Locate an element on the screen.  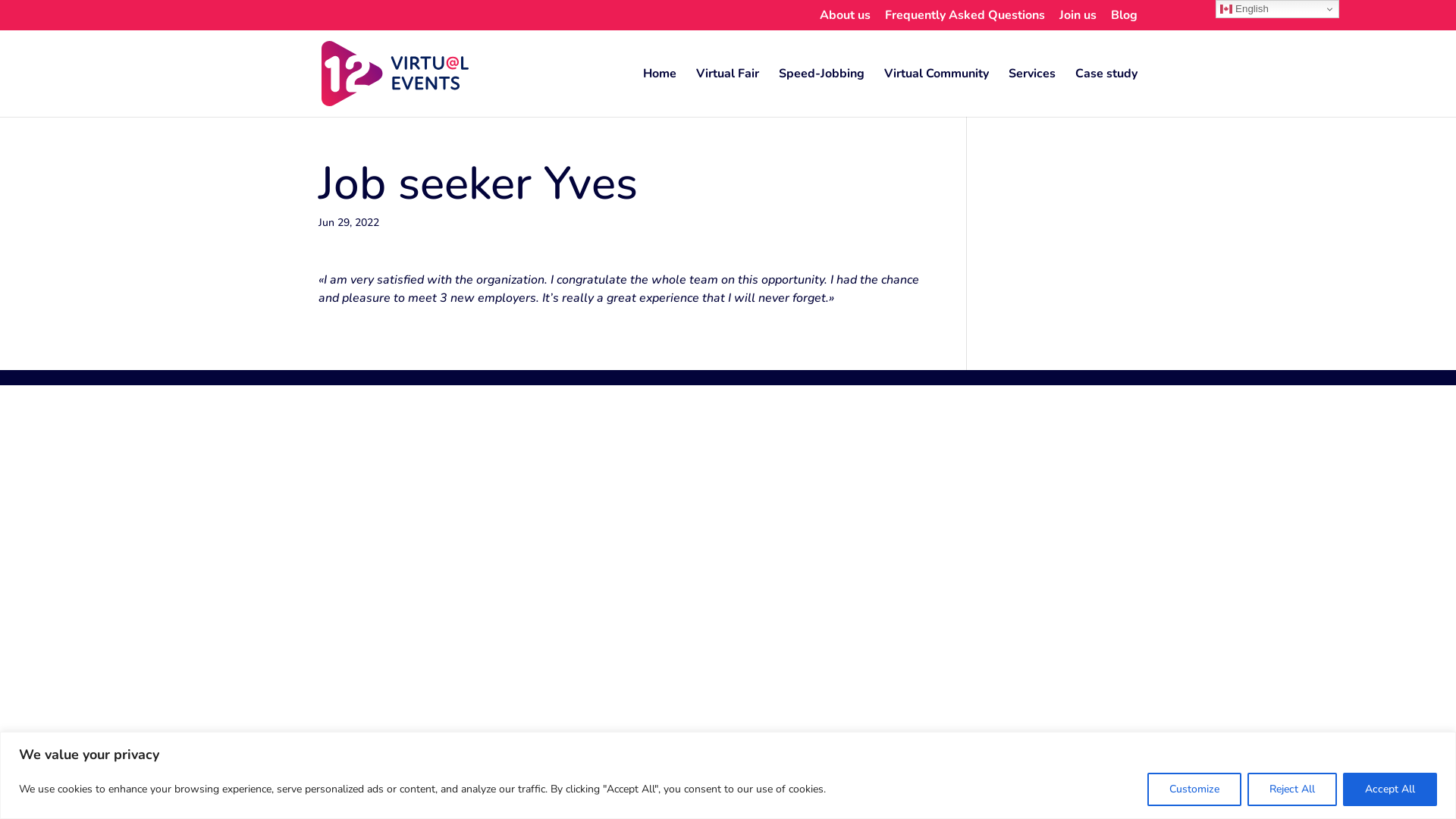
'Blog' is located at coordinates (1124, 20).